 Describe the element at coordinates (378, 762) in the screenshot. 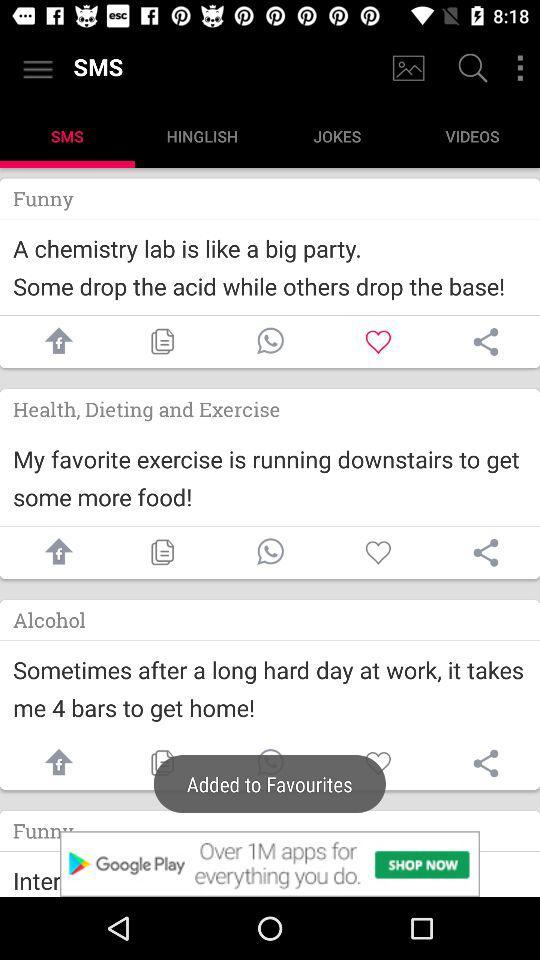

I see `favorite` at that location.